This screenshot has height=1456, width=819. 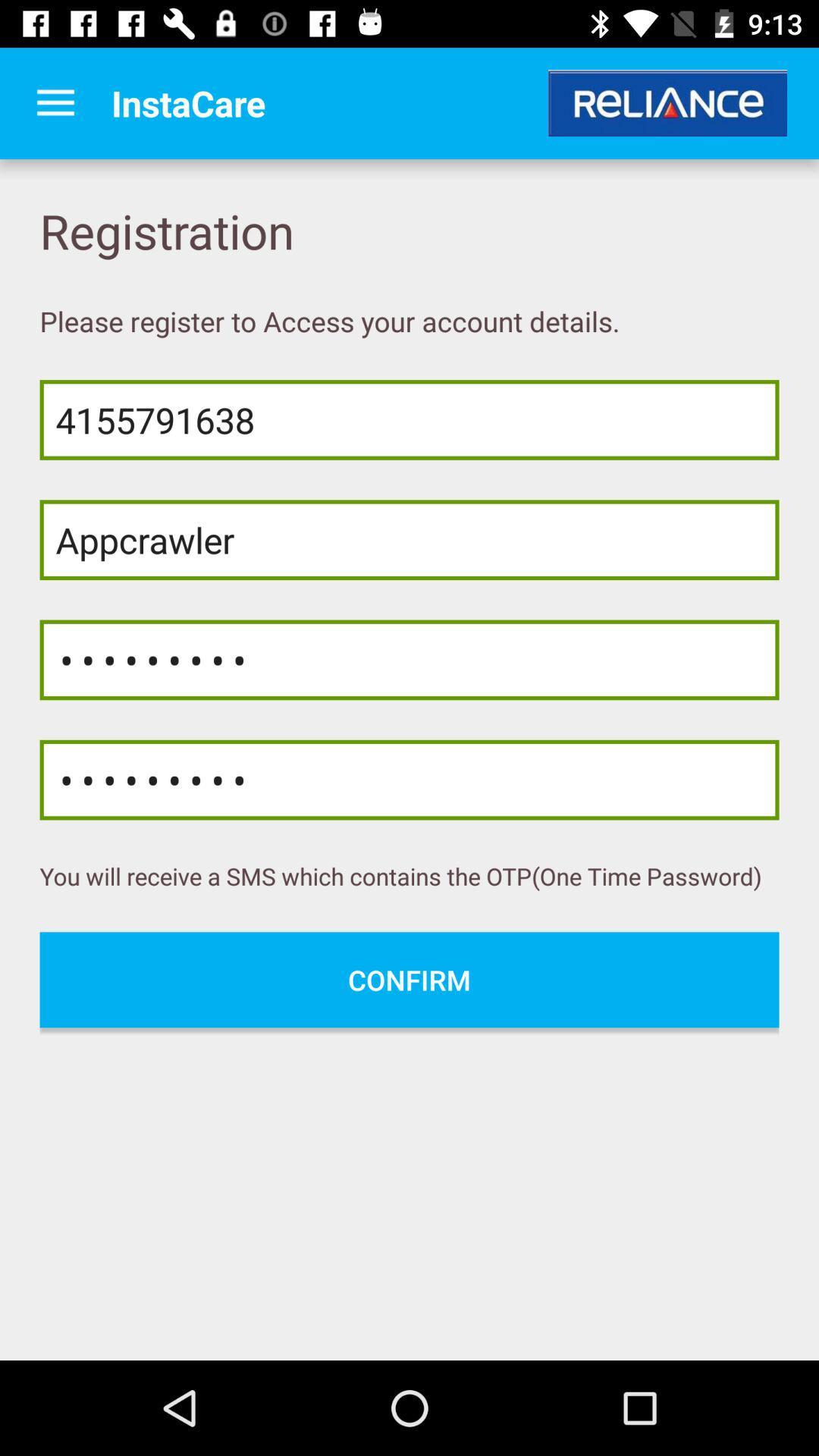 What do you see at coordinates (409, 980) in the screenshot?
I see `confirm` at bounding box center [409, 980].